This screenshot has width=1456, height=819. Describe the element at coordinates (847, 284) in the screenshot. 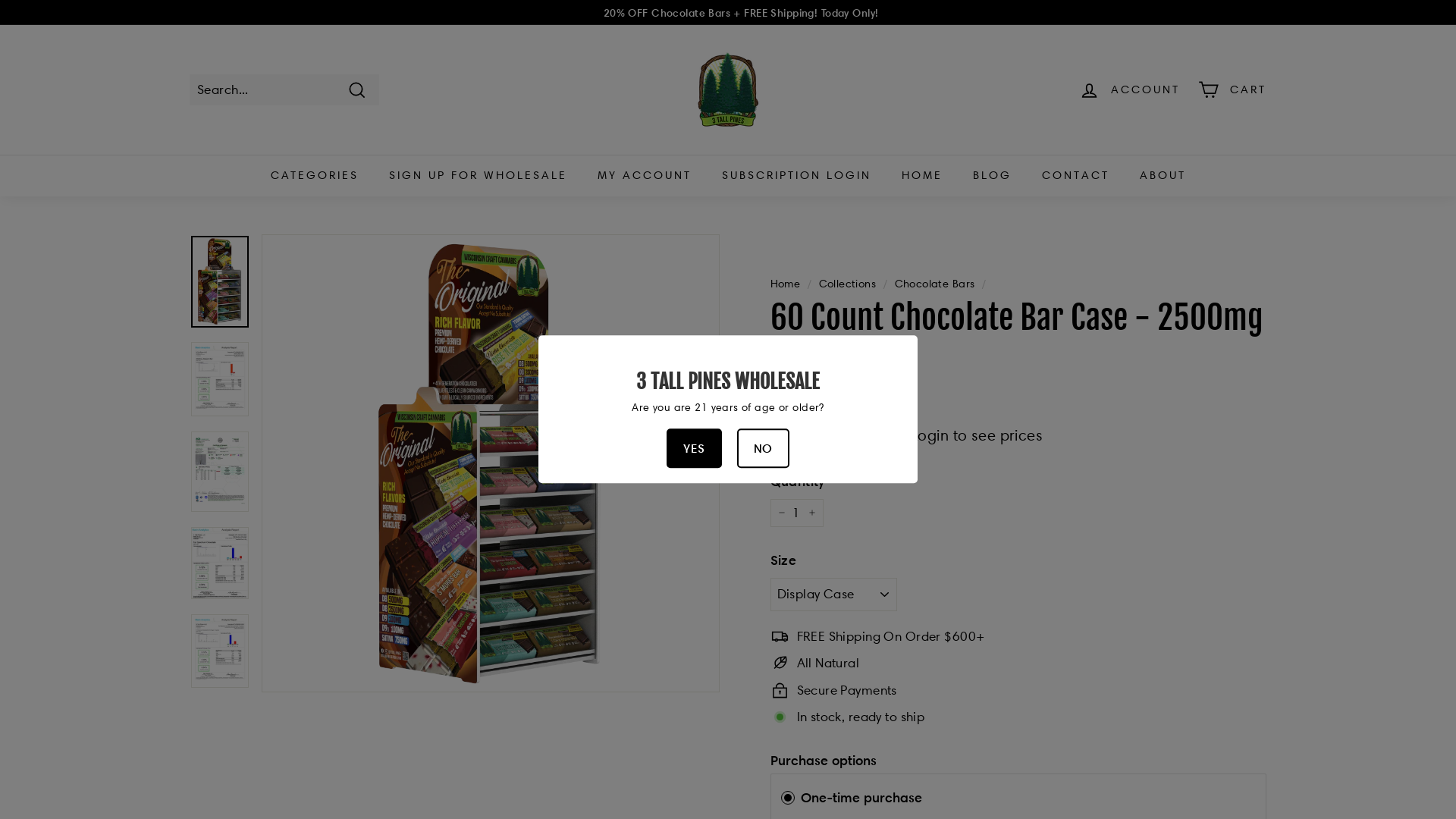

I see `'Collections'` at that location.